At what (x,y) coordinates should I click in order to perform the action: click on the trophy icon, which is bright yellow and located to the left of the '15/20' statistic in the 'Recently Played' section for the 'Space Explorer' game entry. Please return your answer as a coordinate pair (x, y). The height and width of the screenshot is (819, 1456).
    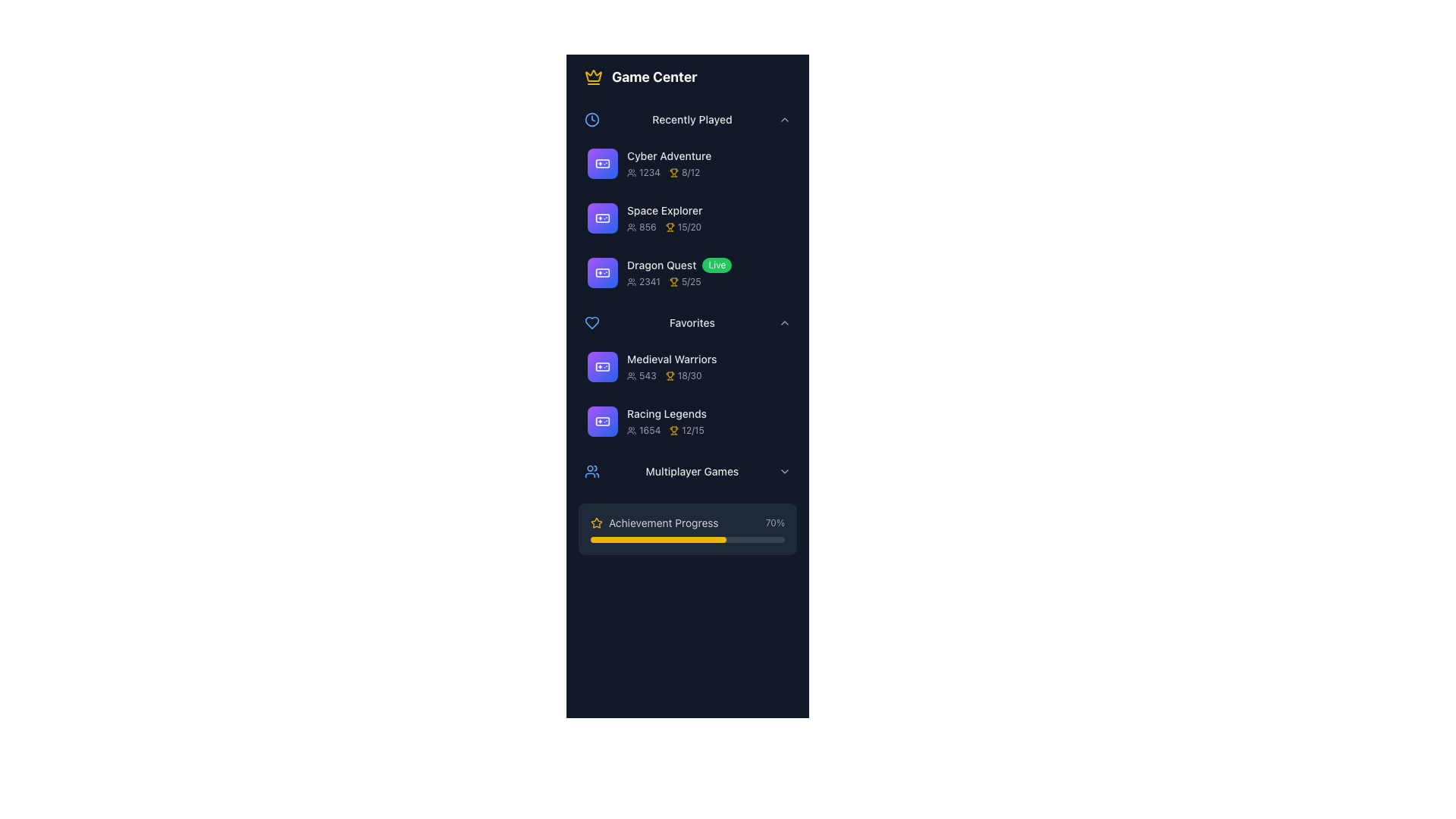
    Looking at the image, I should click on (669, 227).